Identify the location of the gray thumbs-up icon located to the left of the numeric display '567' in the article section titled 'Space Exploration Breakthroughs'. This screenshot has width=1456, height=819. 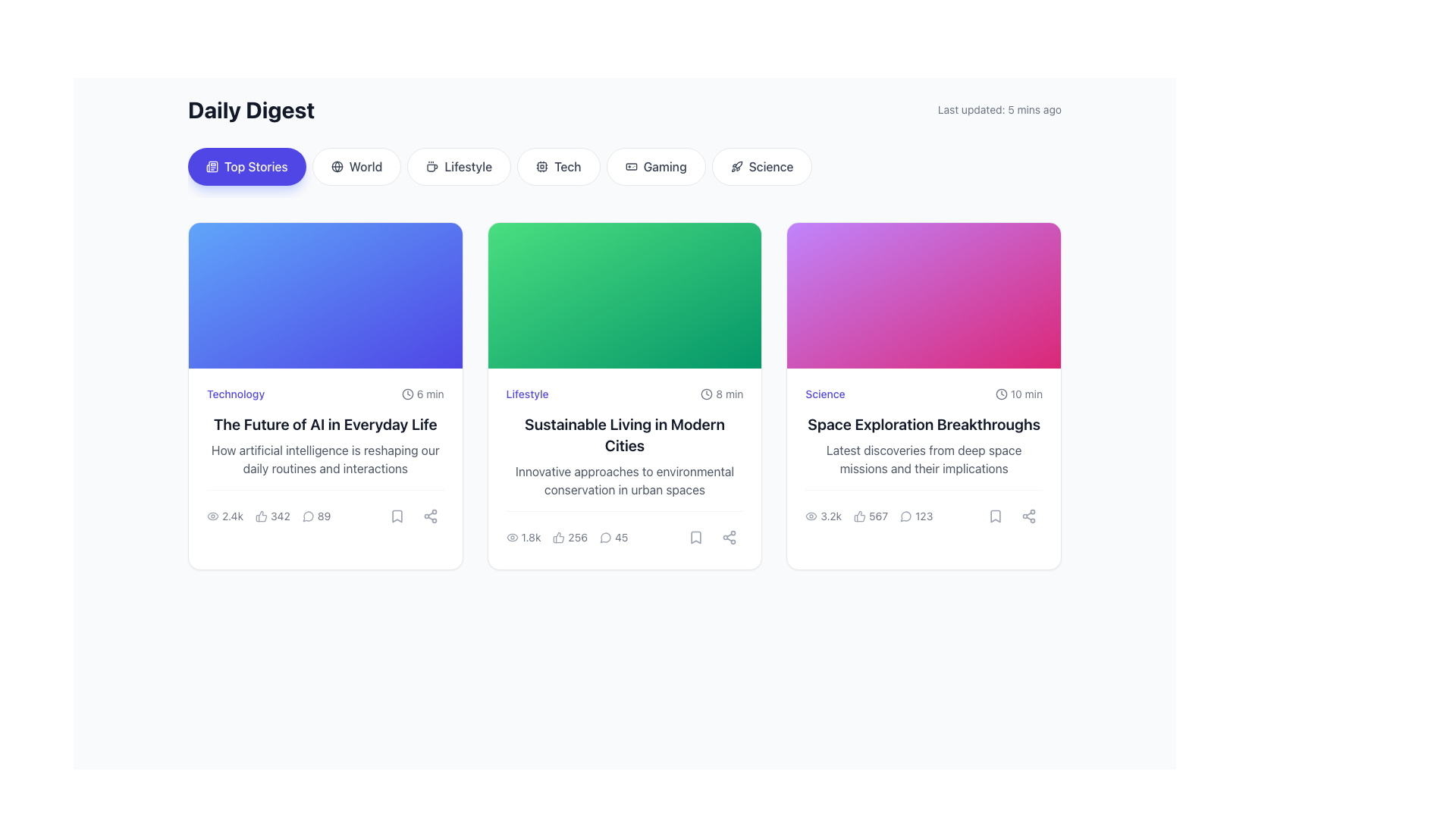
(859, 516).